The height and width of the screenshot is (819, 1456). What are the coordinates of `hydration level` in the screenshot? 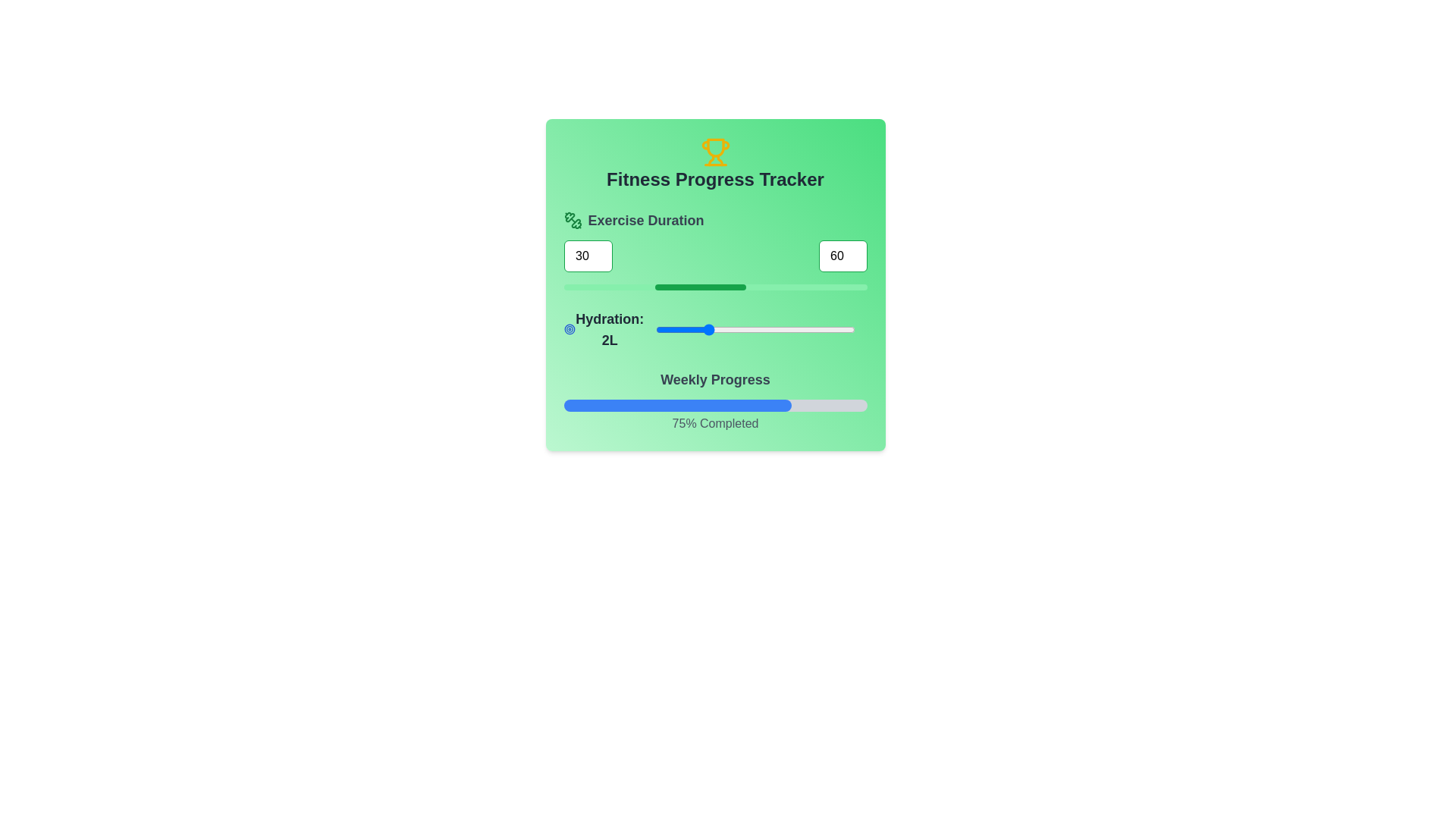 It's located at (704, 329).